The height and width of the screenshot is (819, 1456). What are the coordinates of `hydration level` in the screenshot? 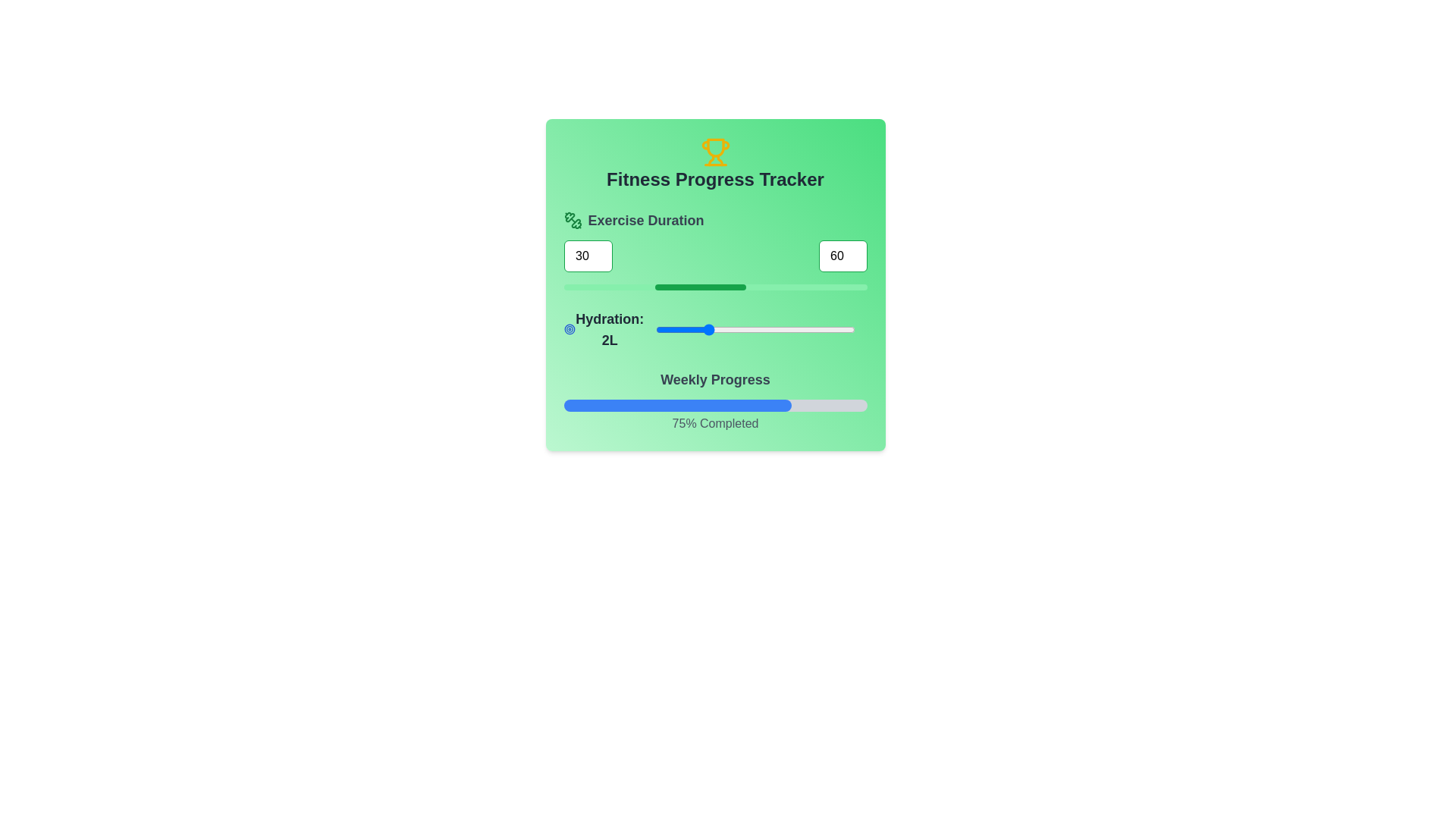 It's located at (704, 329).